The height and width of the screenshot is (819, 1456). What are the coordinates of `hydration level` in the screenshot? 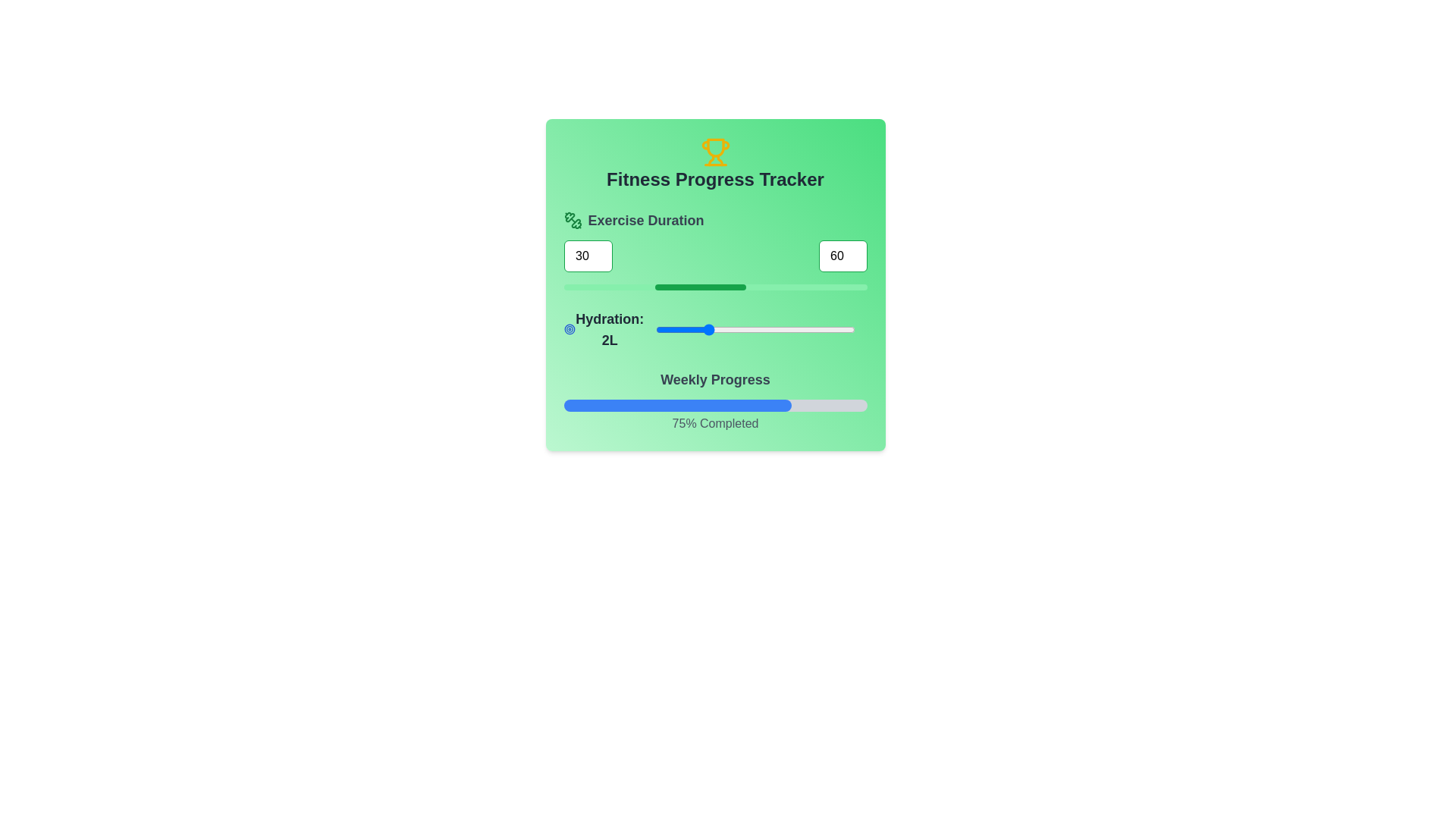 It's located at (704, 329).